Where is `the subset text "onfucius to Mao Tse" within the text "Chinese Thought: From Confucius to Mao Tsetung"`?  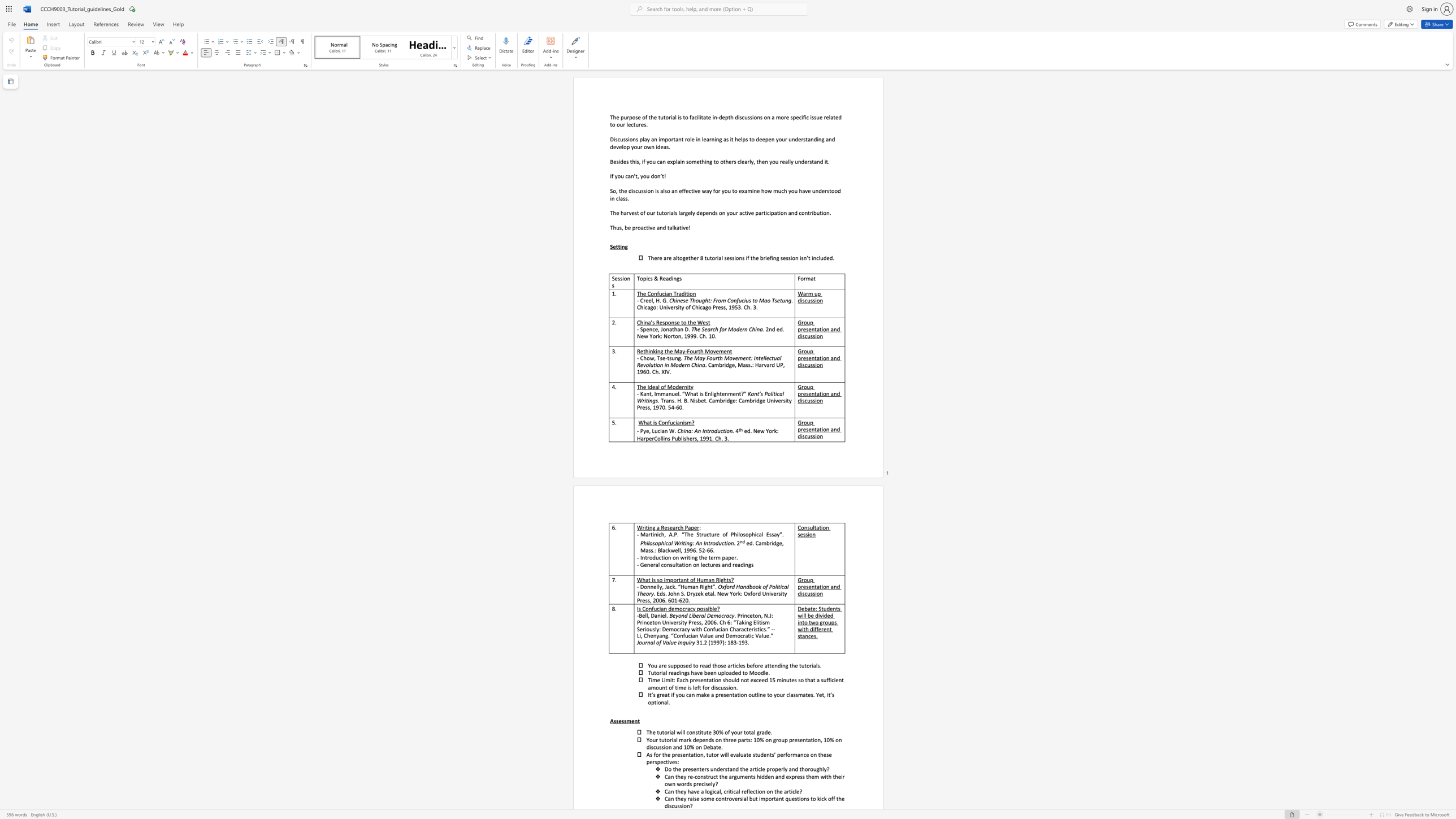
the subset text "onfucius to Mao Tse" within the text "Chinese Thought: From Confucius to Mao Tsetung" is located at coordinates (730, 300).